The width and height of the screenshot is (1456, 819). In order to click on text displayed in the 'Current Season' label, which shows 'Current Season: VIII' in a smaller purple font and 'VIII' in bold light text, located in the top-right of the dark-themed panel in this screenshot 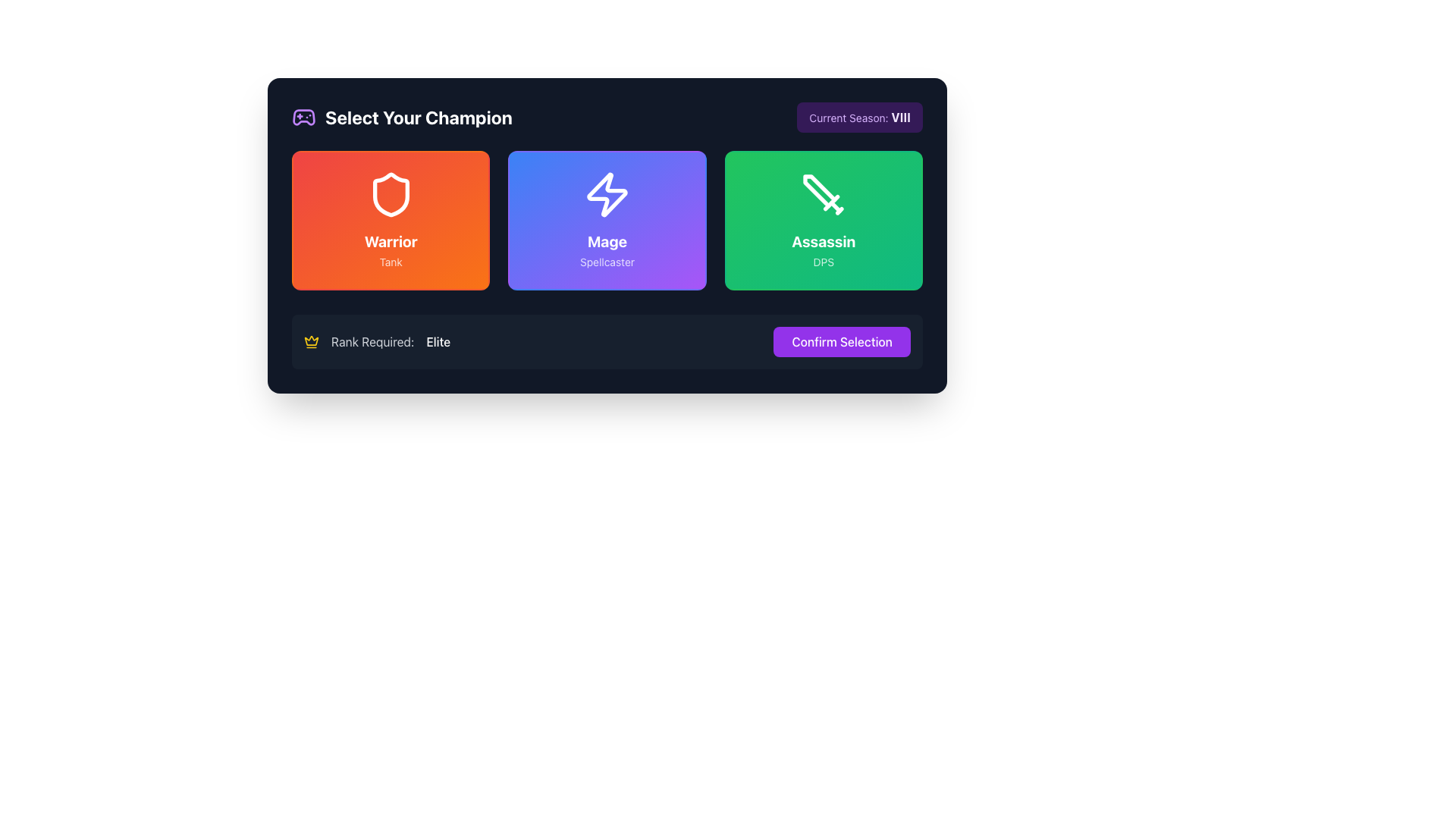, I will do `click(860, 116)`.